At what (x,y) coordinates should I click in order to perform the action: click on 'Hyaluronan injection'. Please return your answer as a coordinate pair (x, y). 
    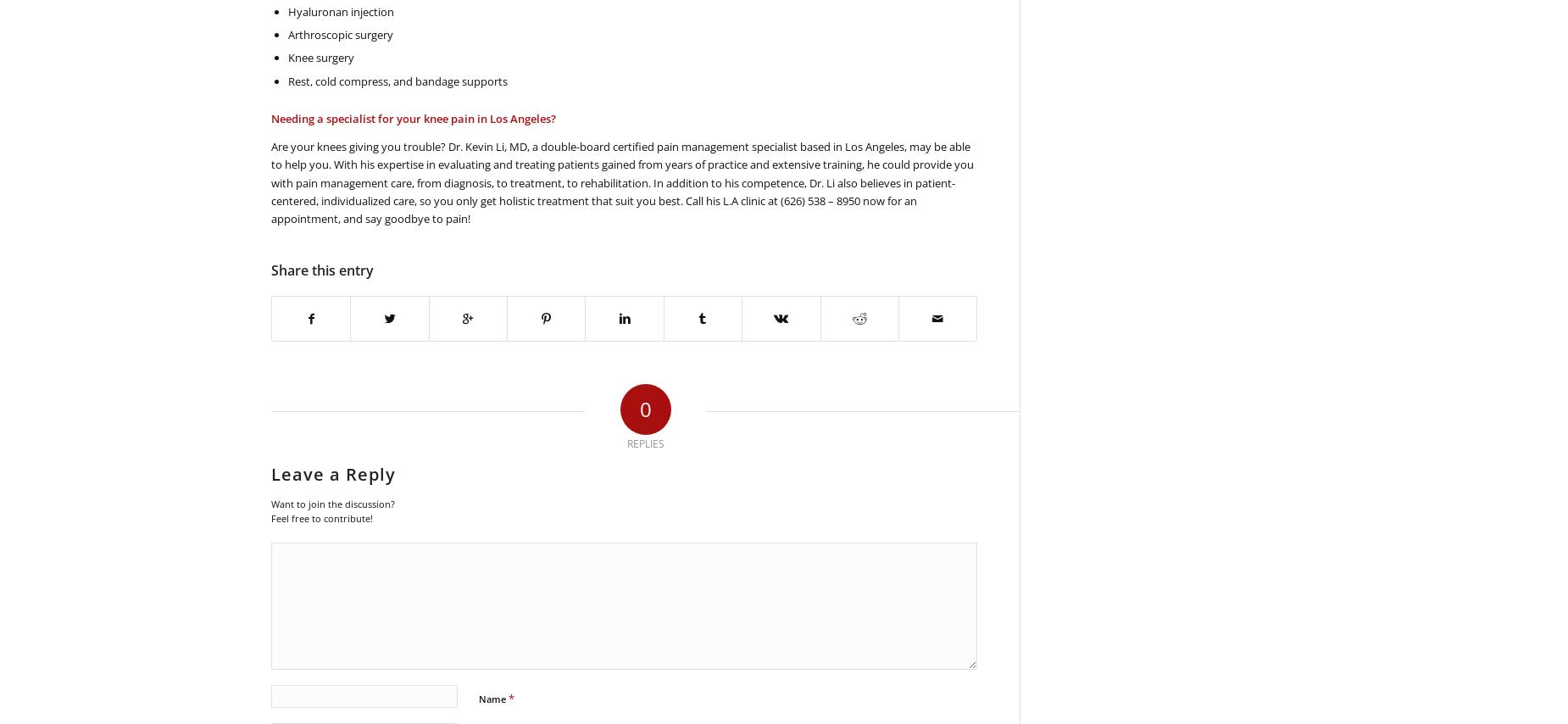
    Looking at the image, I should click on (340, 9).